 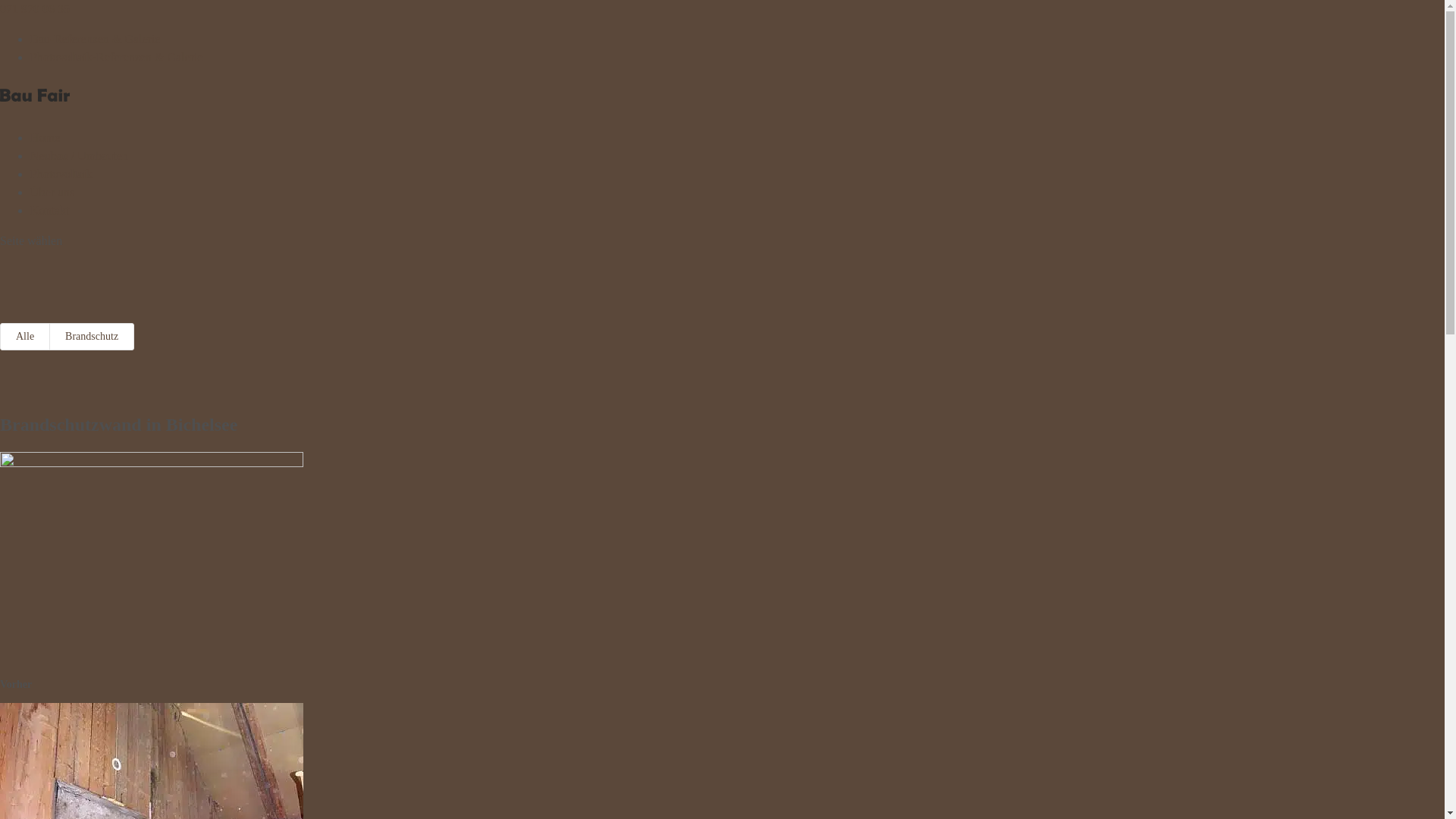 I want to click on 'Alle', so click(x=25, y=335).